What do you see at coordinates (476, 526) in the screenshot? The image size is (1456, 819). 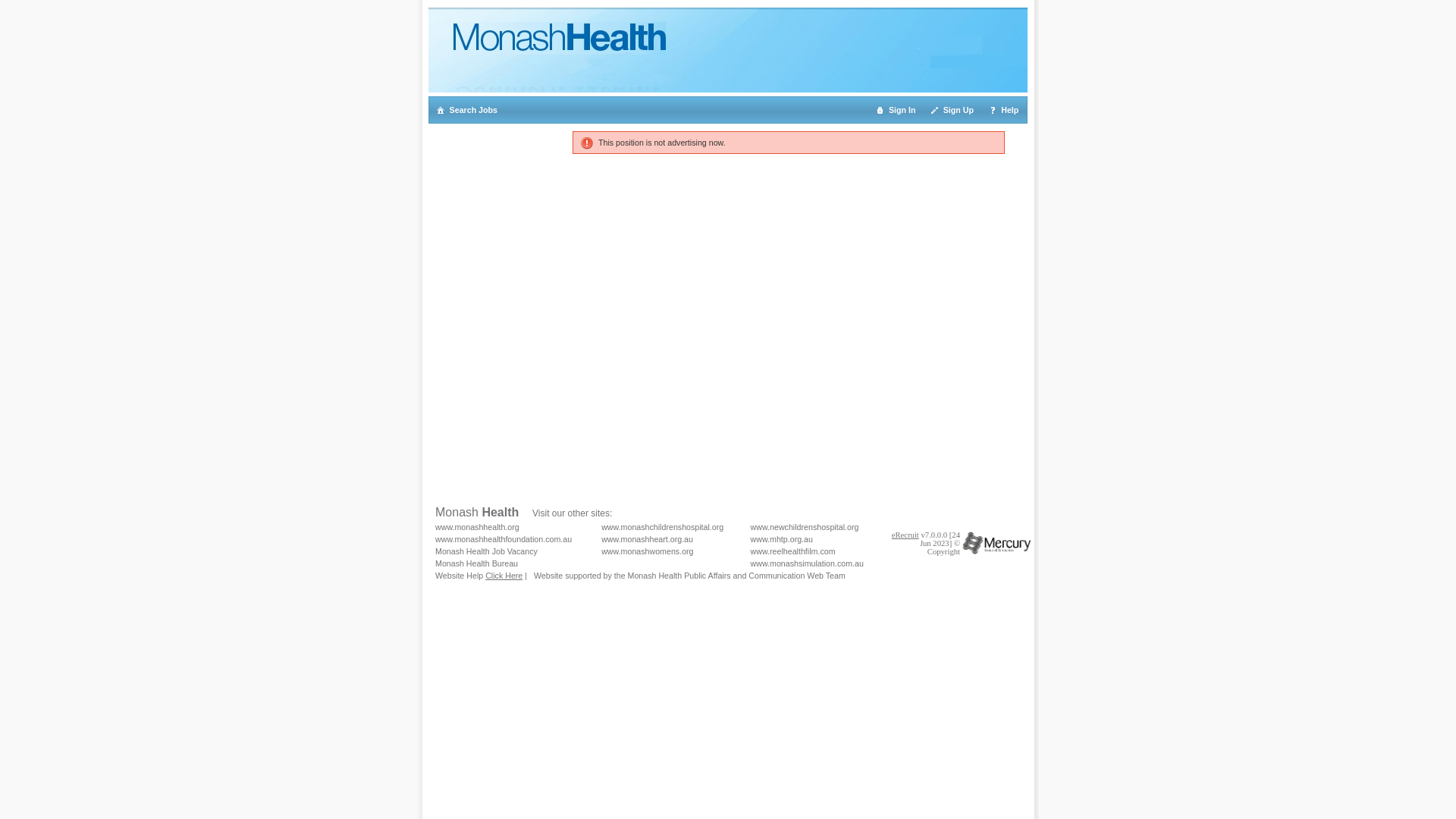 I see `'www.monashhealth.org'` at bounding box center [476, 526].